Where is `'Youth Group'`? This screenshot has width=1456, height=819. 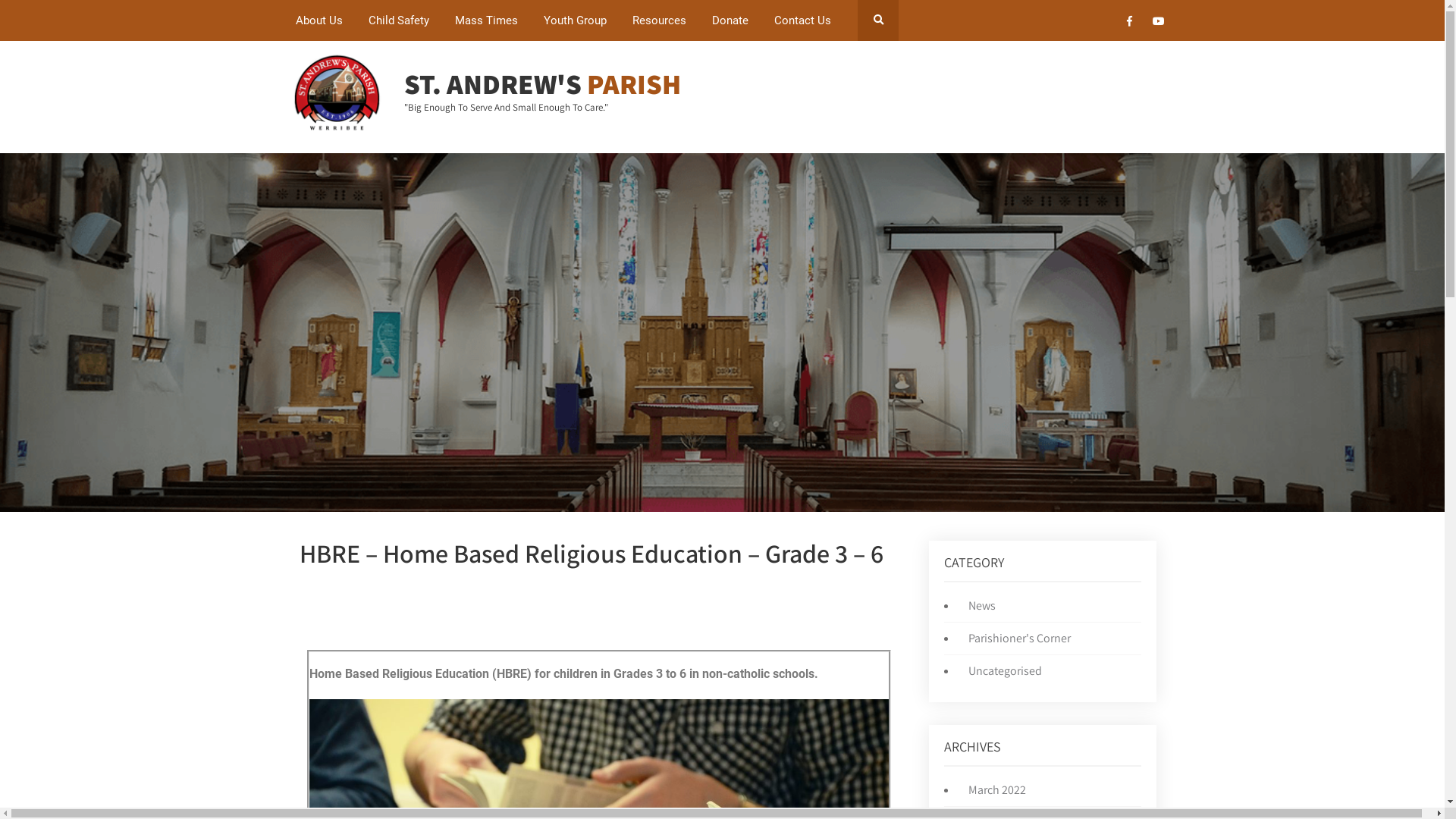
'Youth Group' is located at coordinates (532, 20).